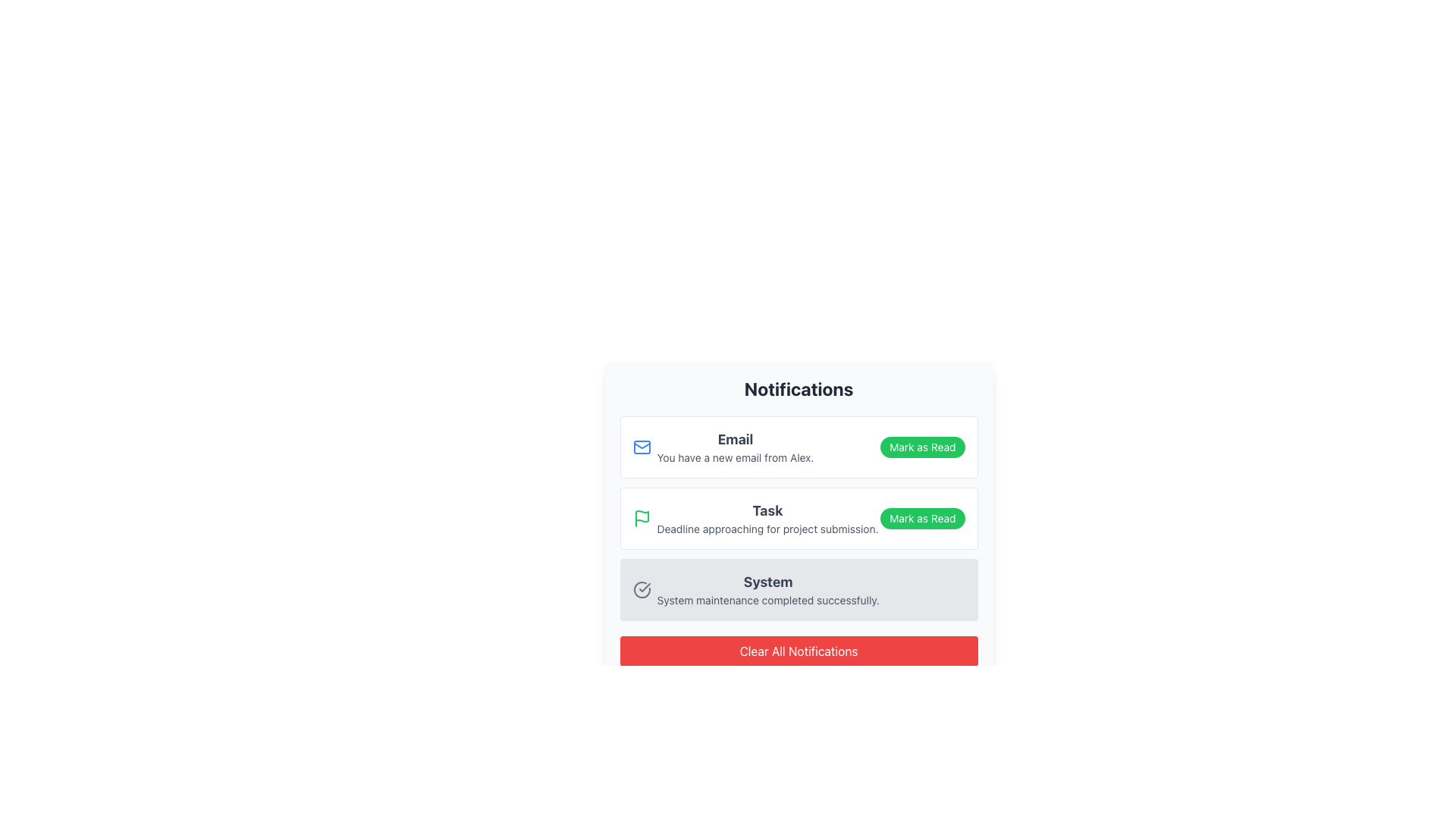 The image size is (1456, 819). I want to click on the Text Label that serves as a title or heading for the notification, located at the top of the notification card, so click(735, 439).